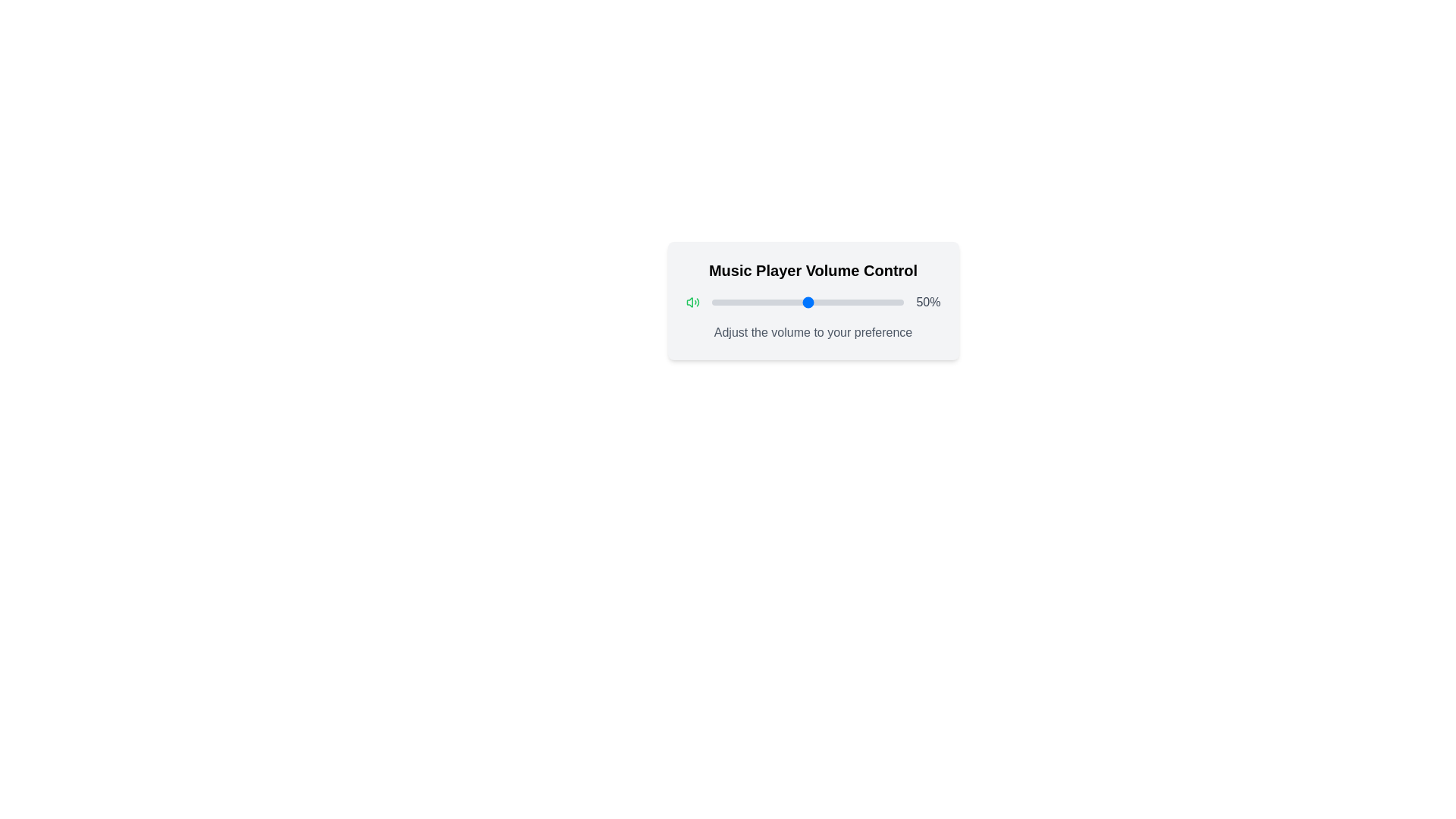 The width and height of the screenshot is (1456, 819). I want to click on the volume slider to 64%, so click(834, 302).